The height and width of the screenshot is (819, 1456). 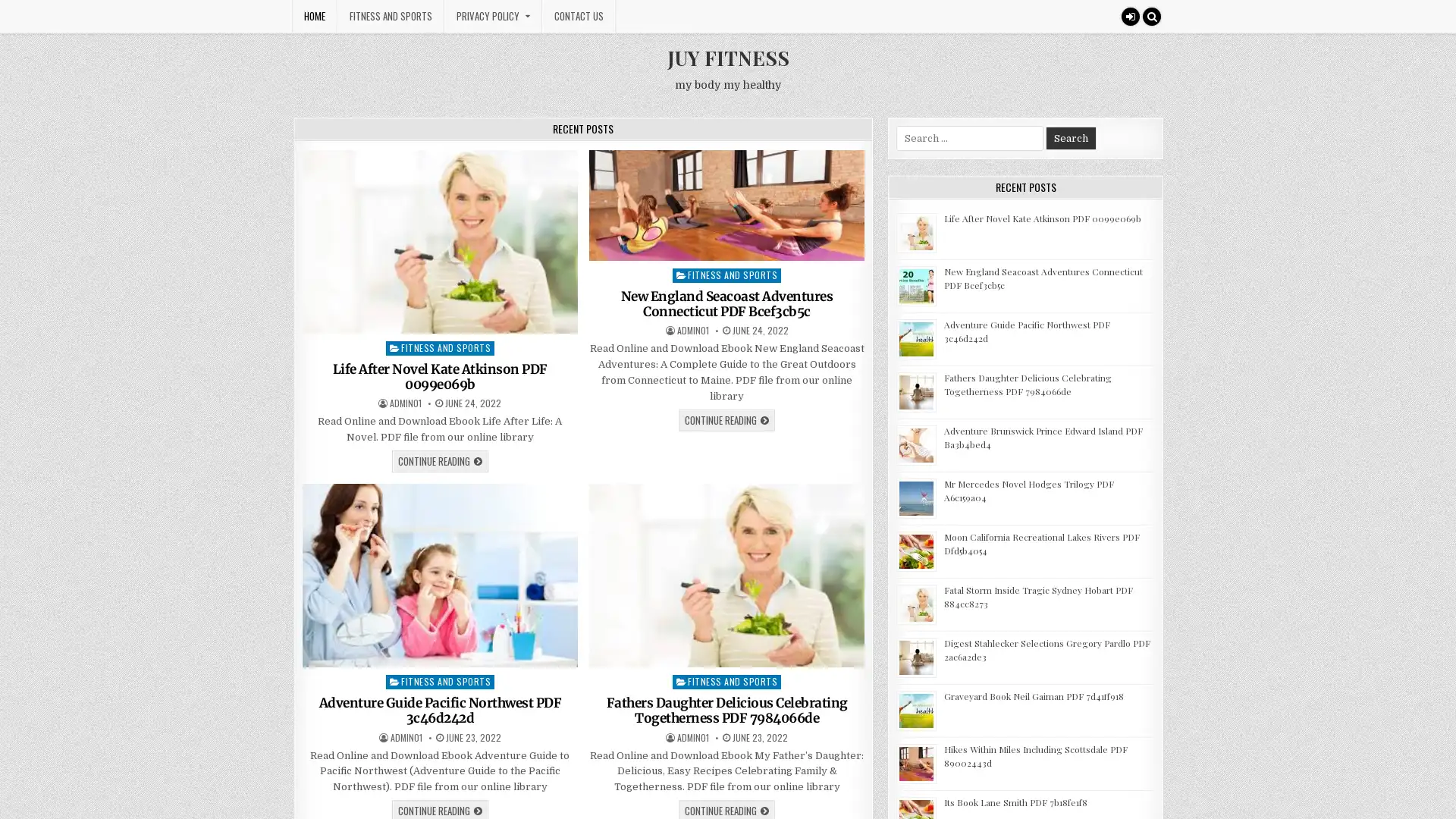 What do you see at coordinates (1070, 138) in the screenshot?
I see `Search` at bounding box center [1070, 138].